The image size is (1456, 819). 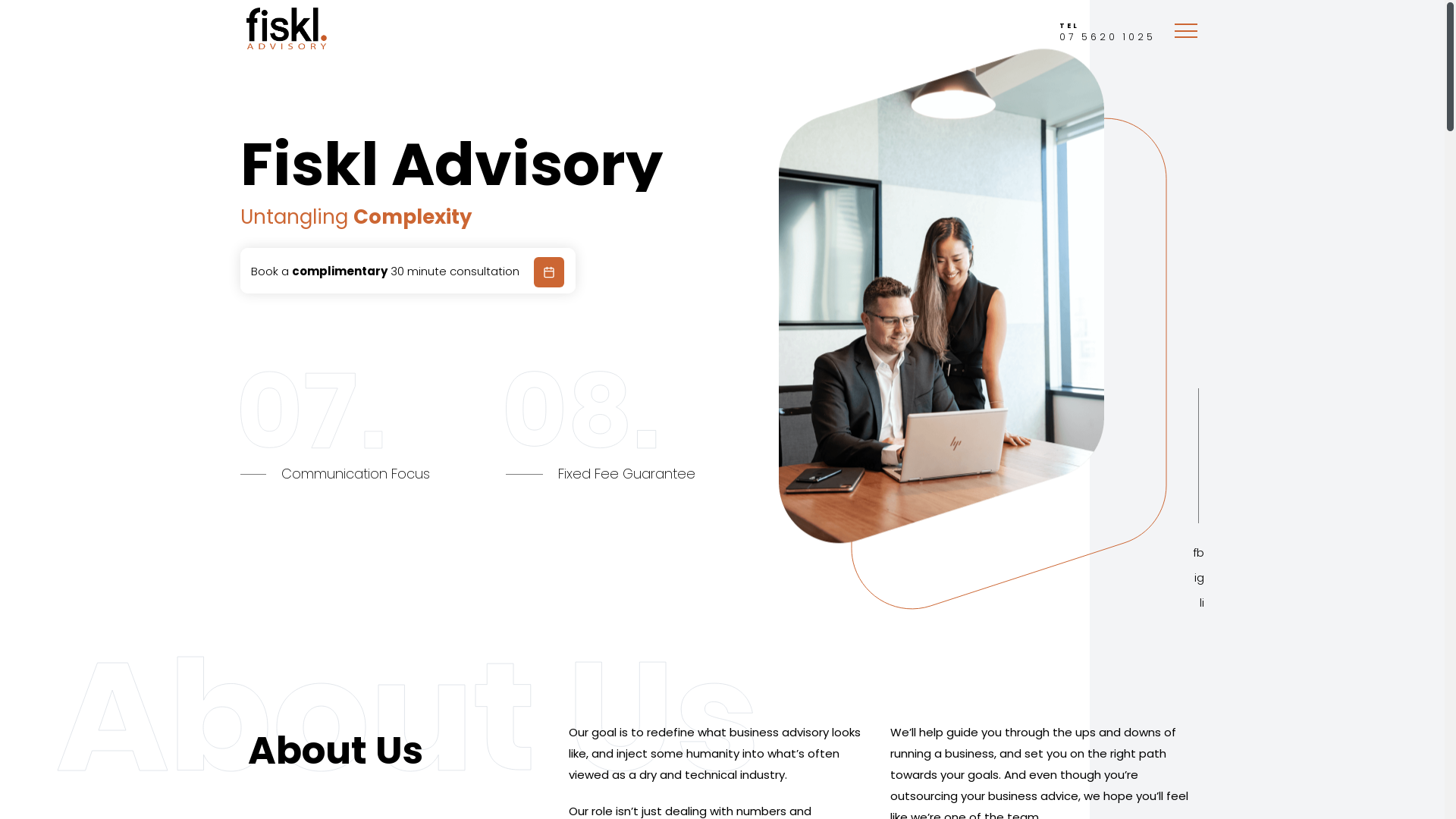 I want to click on 'li', so click(x=1197, y=601).